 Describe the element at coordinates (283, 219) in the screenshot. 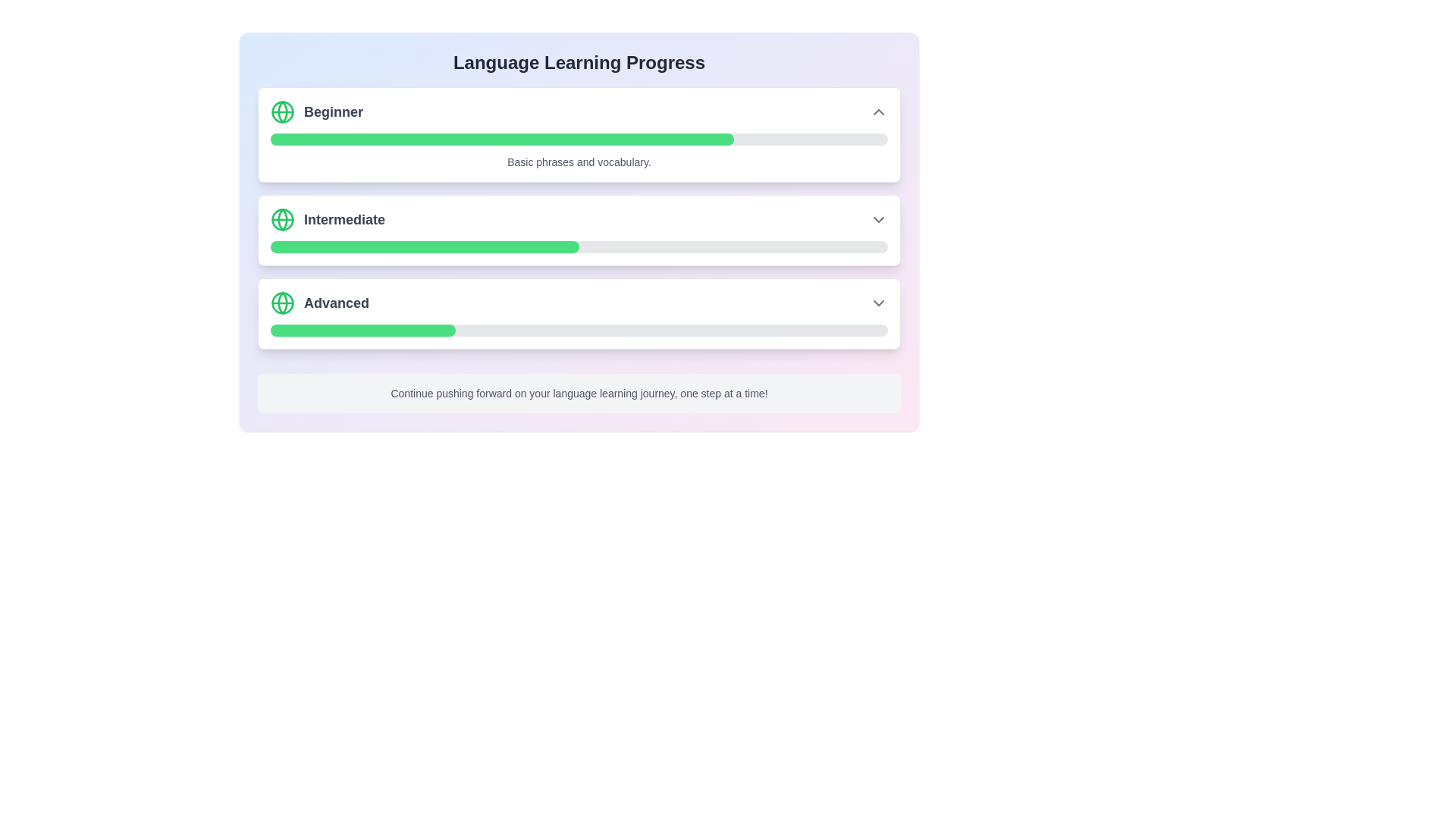

I see `the green circle icon that is the main part of the globe icon located to the immediate left of the text 'Intermediate'` at that location.